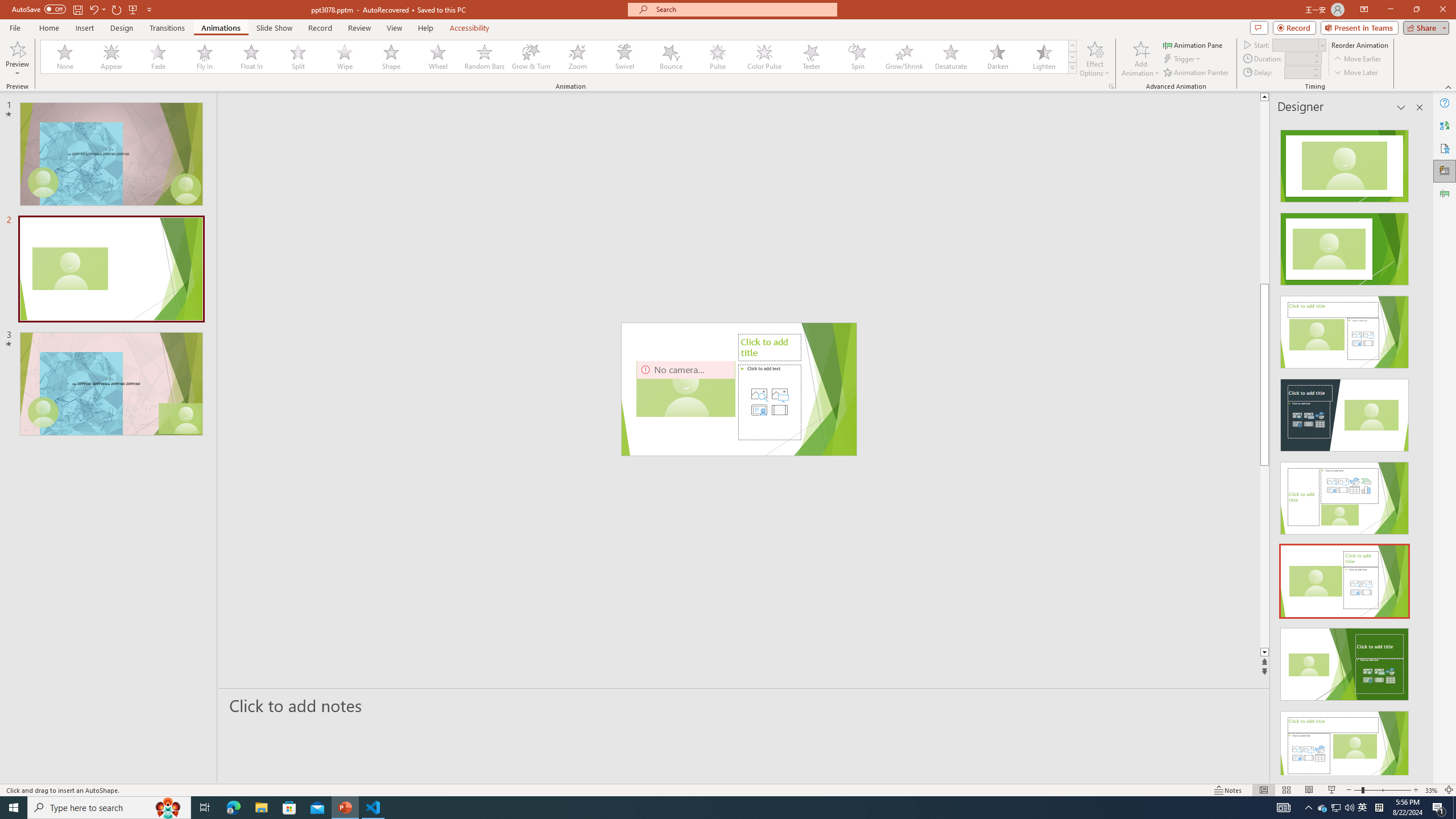 This screenshot has height=819, width=1456. Describe the element at coordinates (759, 409) in the screenshot. I see `'Insert Cameo'` at that location.